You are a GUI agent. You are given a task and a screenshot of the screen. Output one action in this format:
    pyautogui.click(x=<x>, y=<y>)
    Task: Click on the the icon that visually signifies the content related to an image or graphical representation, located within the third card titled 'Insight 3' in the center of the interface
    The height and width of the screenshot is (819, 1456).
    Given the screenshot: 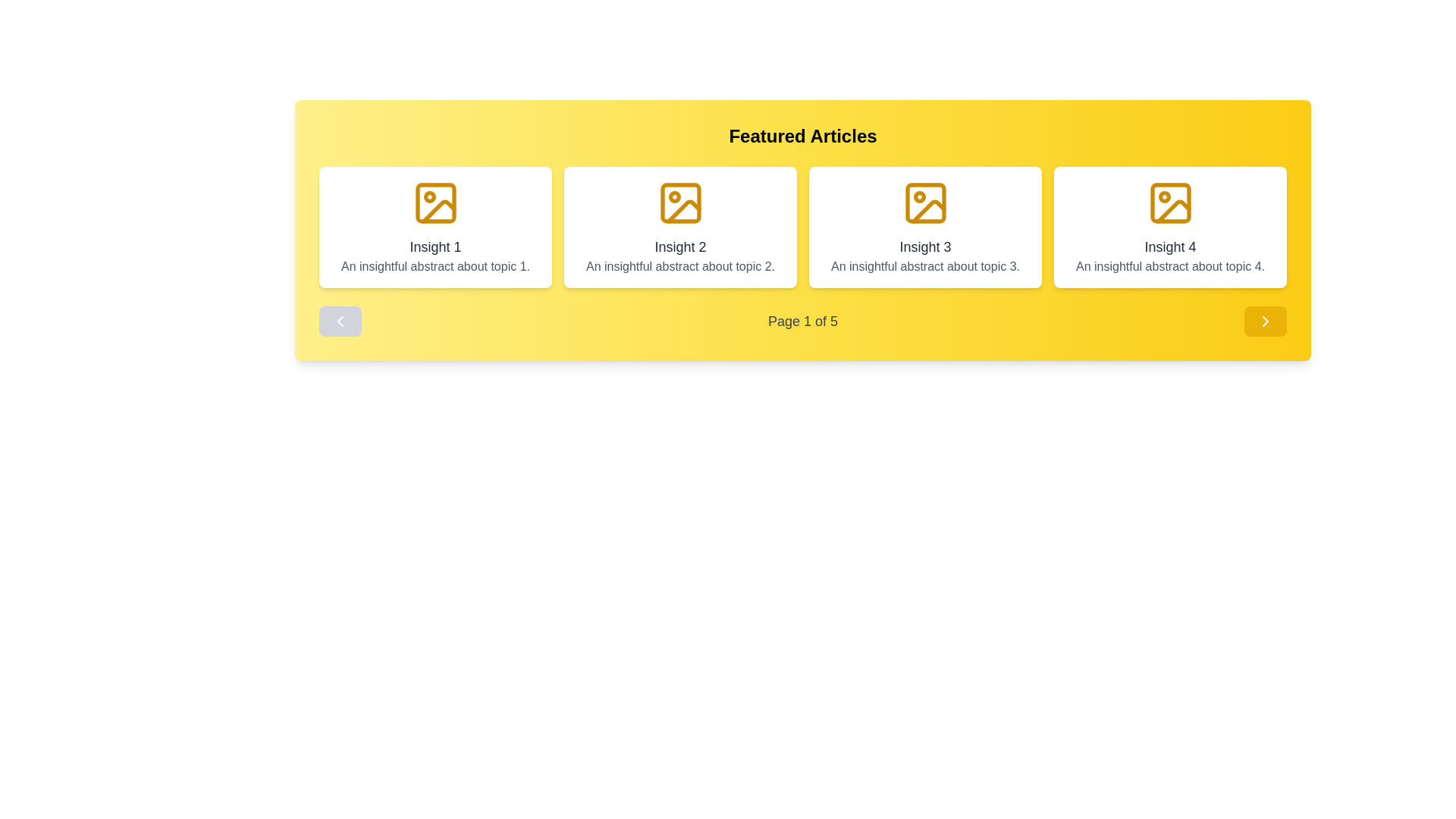 What is the action you would take?
    pyautogui.click(x=924, y=202)
    